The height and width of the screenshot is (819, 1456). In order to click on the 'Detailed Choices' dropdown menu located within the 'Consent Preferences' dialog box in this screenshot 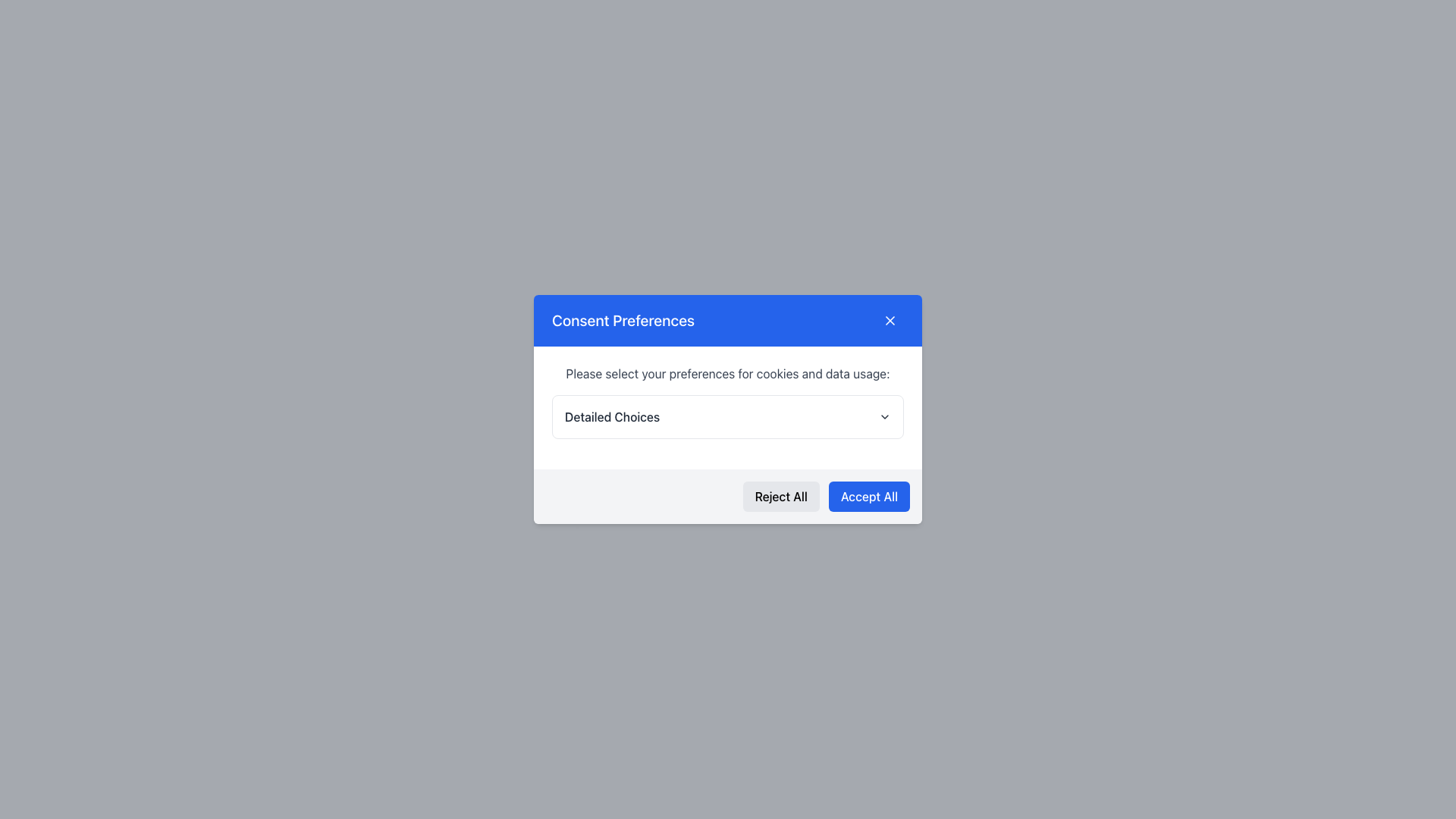, I will do `click(728, 417)`.